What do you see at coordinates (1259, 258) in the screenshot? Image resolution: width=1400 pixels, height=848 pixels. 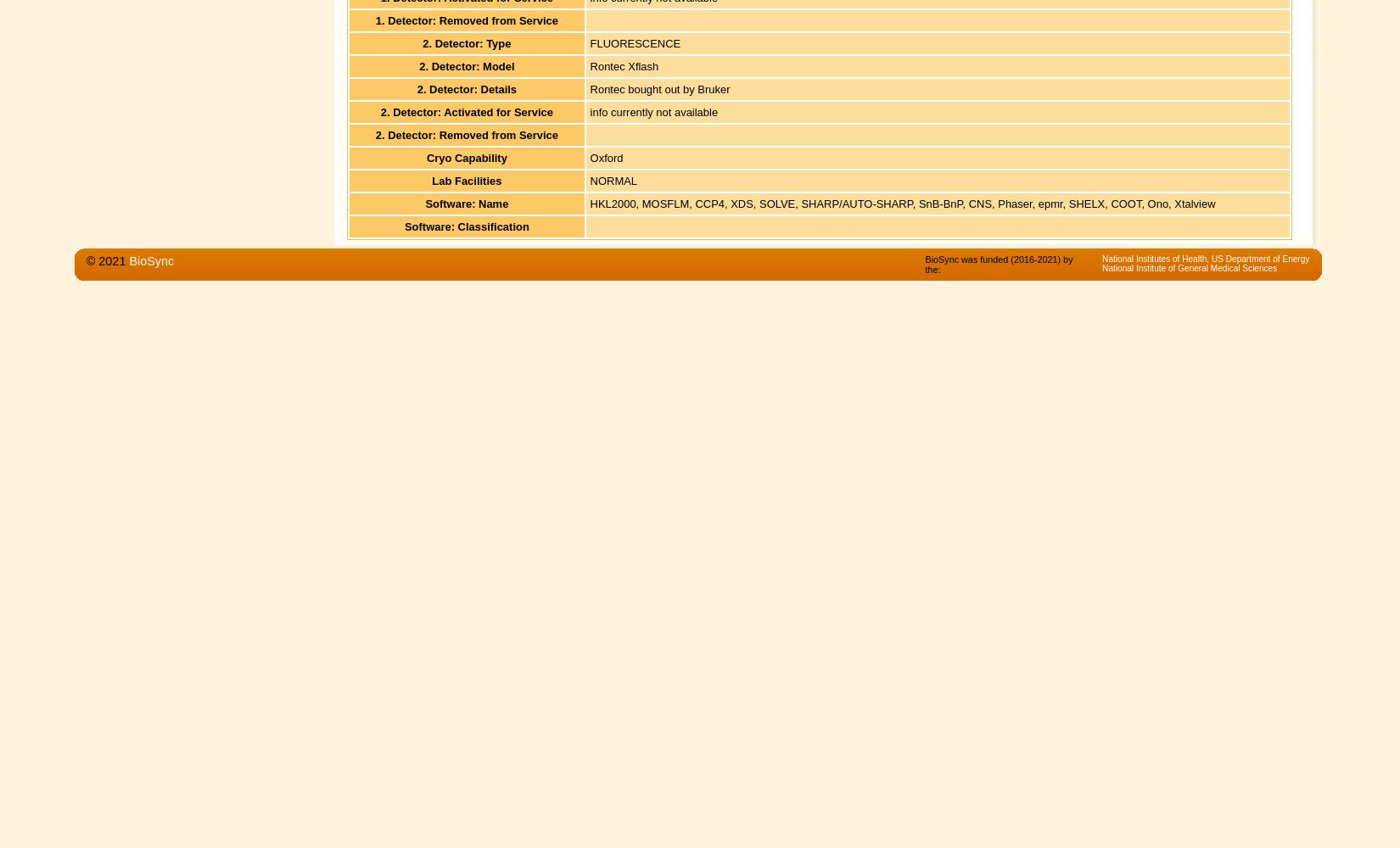 I see `'US Department of Energy'` at bounding box center [1259, 258].